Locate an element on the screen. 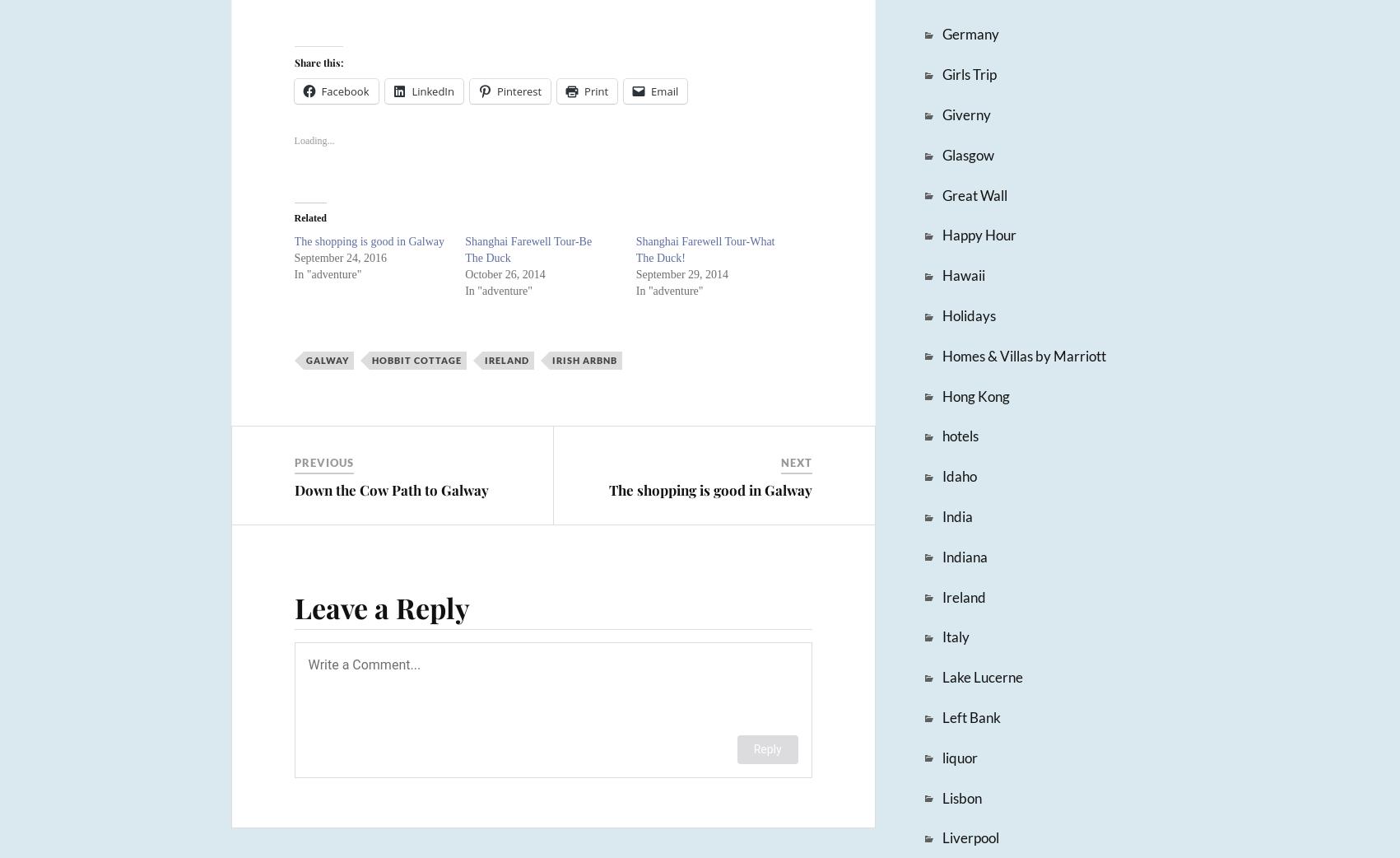  'Hobbit Cottage' is located at coordinates (416, 360).